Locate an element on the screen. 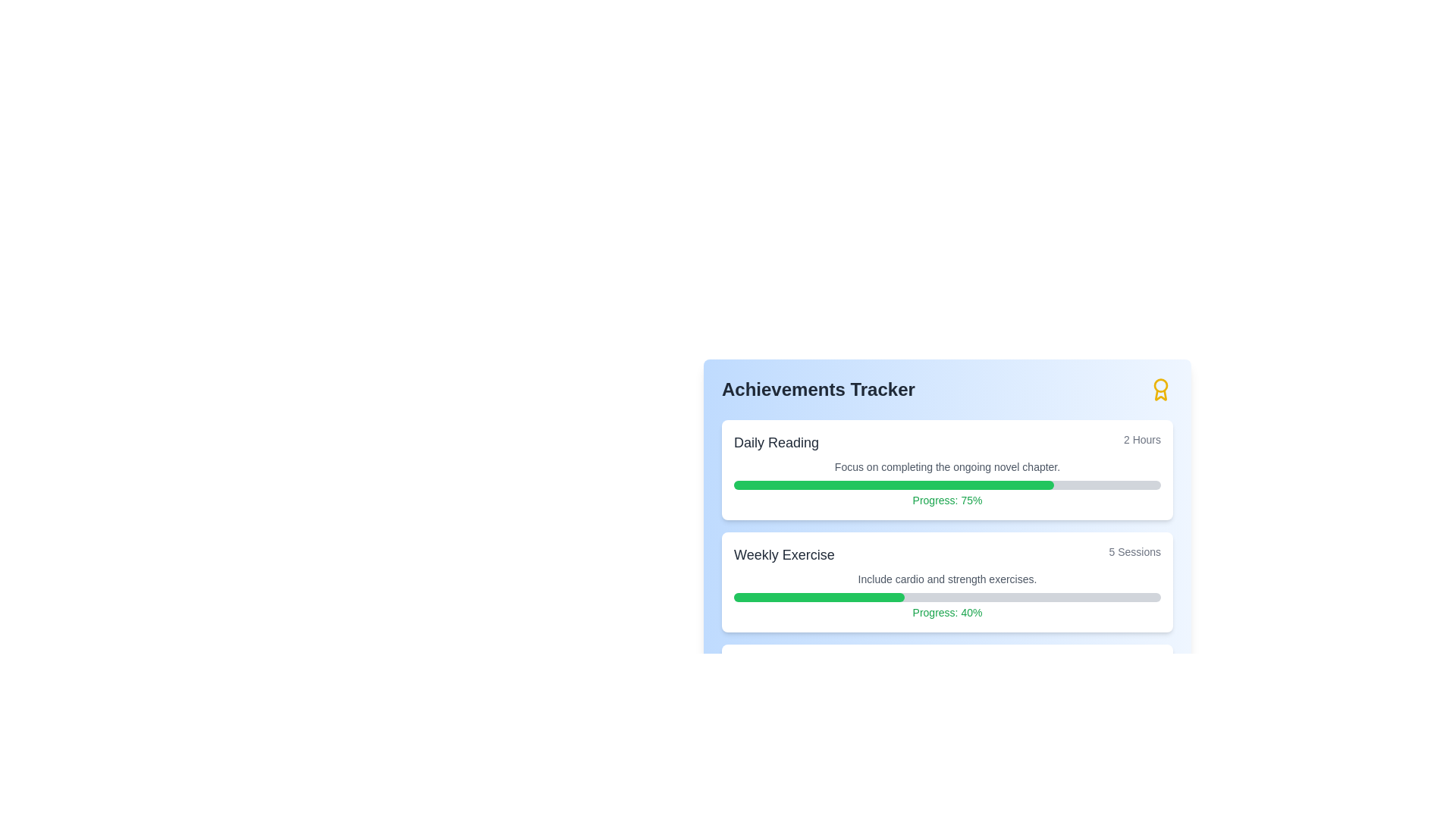 The width and height of the screenshot is (1456, 819). the progress bar of the 'Daily Reading' informational card, which is the first card in the 'Achievements Tracker' section and displays a 75% completion status is located at coordinates (946, 469).